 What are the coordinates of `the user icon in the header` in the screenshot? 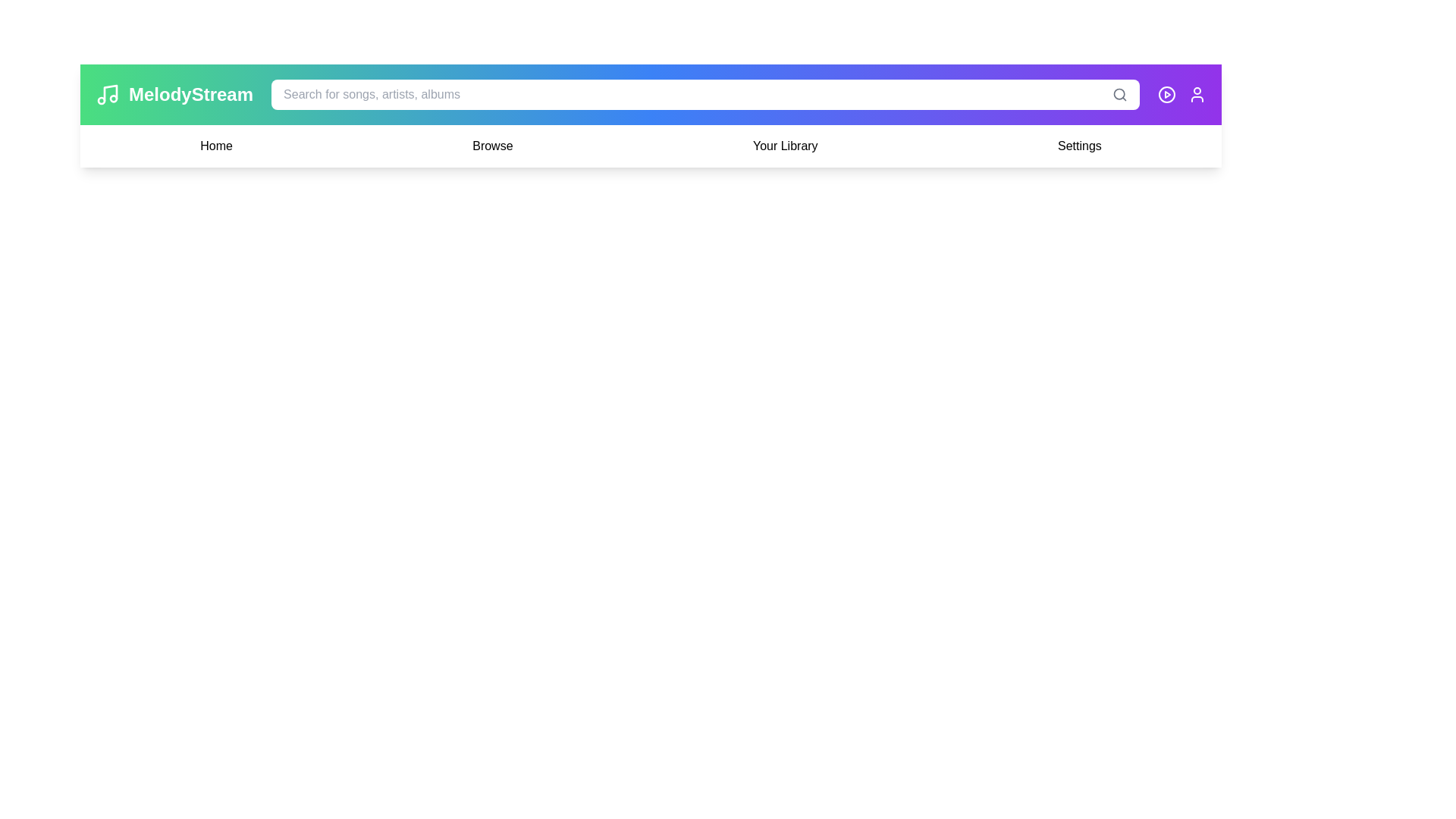 It's located at (1197, 94).